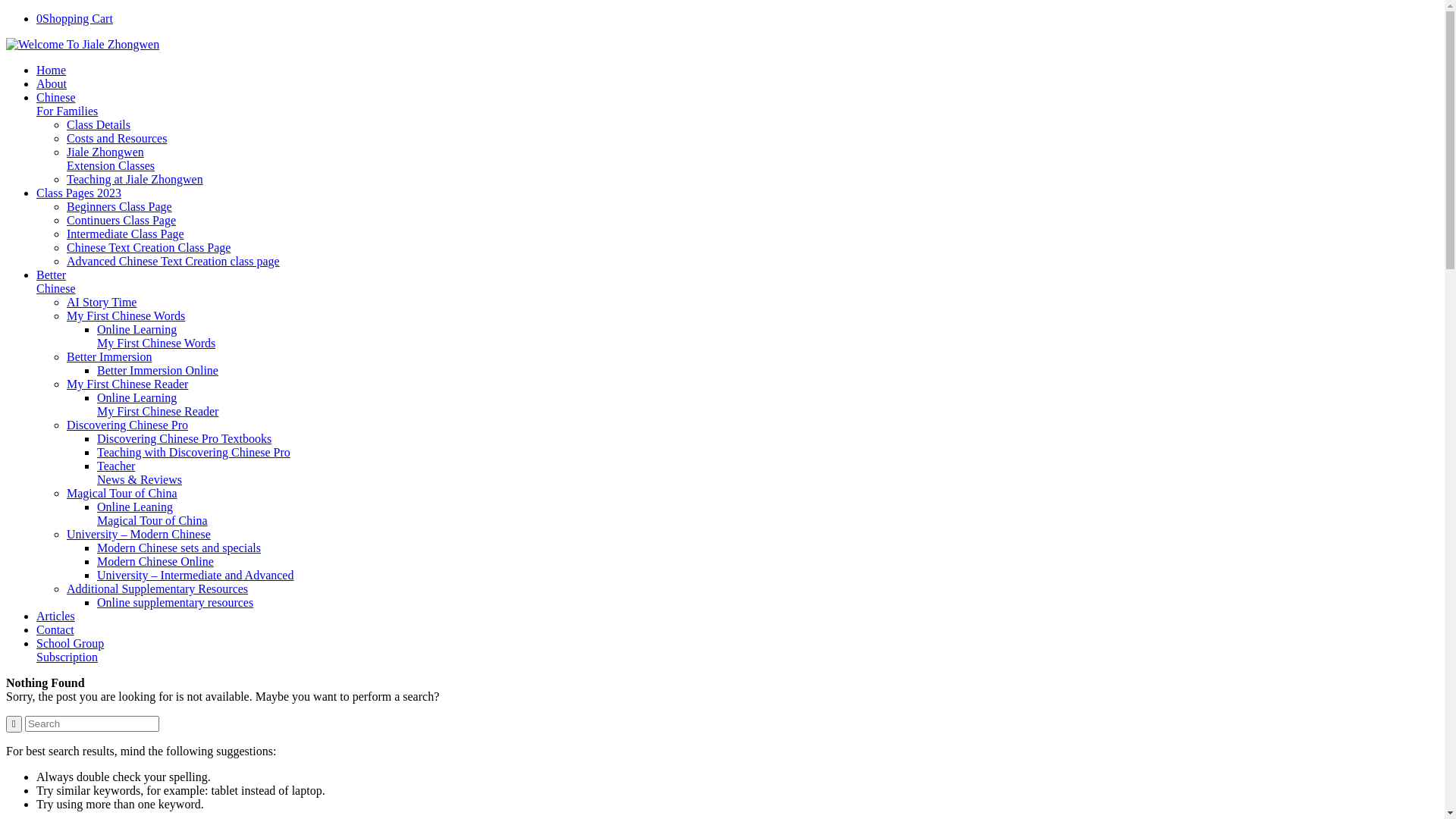 The height and width of the screenshot is (819, 1456). I want to click on 'Home', so click(36, 70).